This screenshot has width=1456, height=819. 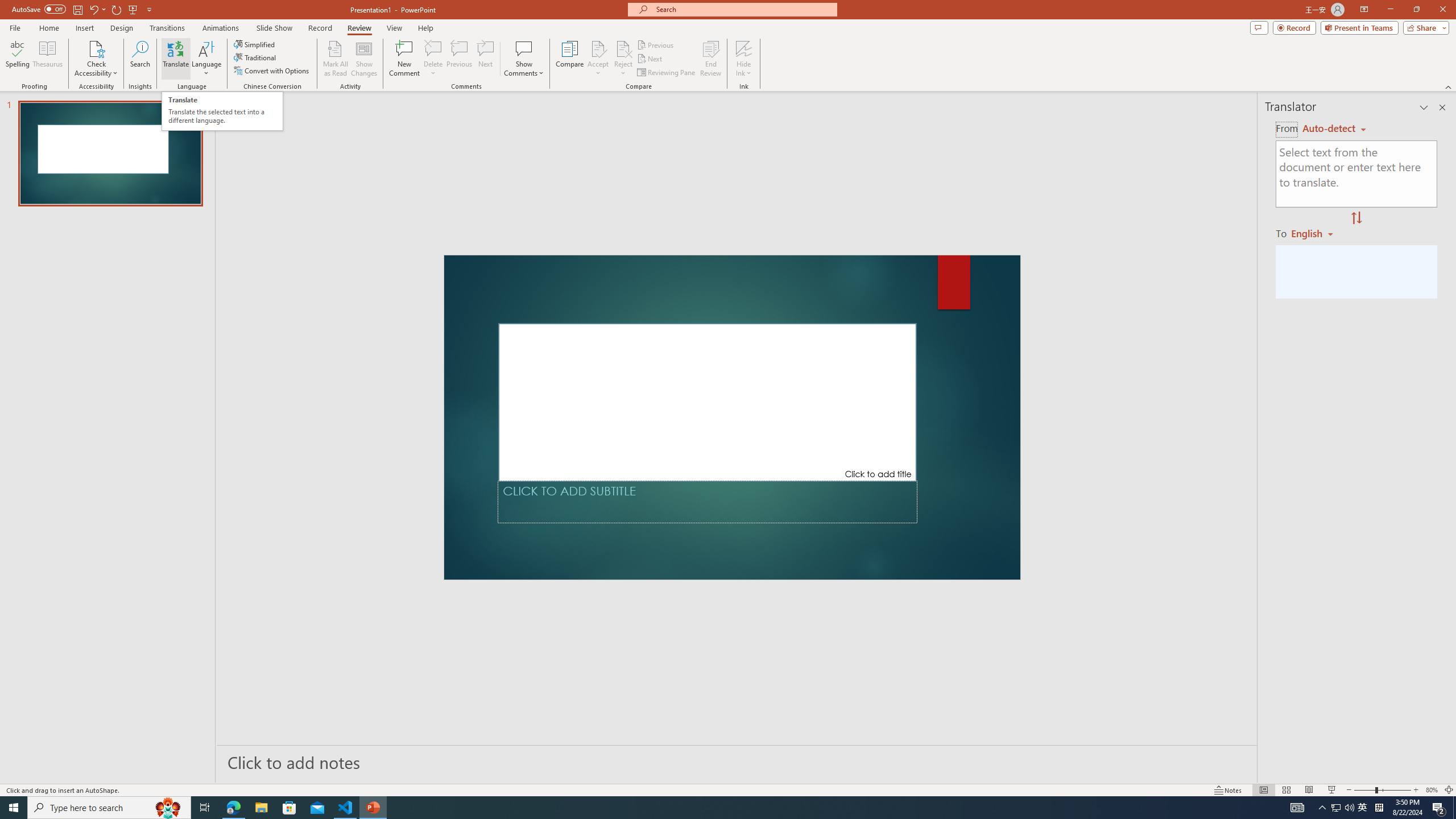 What do you see at coordinates (524, 59) in the screenshot?
I see `'Show Comments'` at bounding box center [524, 59].